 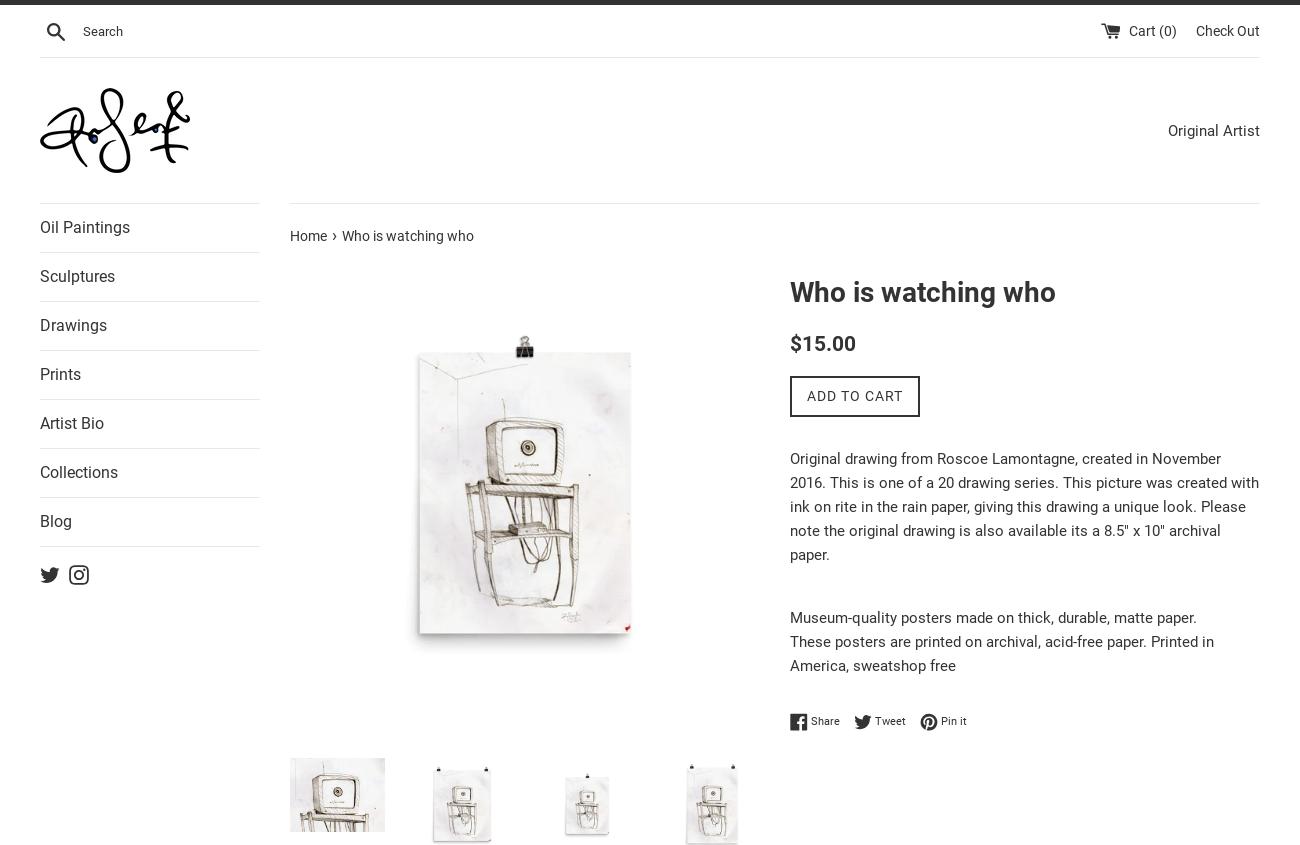 What do you see at coordinates (874, 719) in the screenshot?
I see `'Tweet'` at bounding box center [874, 719].